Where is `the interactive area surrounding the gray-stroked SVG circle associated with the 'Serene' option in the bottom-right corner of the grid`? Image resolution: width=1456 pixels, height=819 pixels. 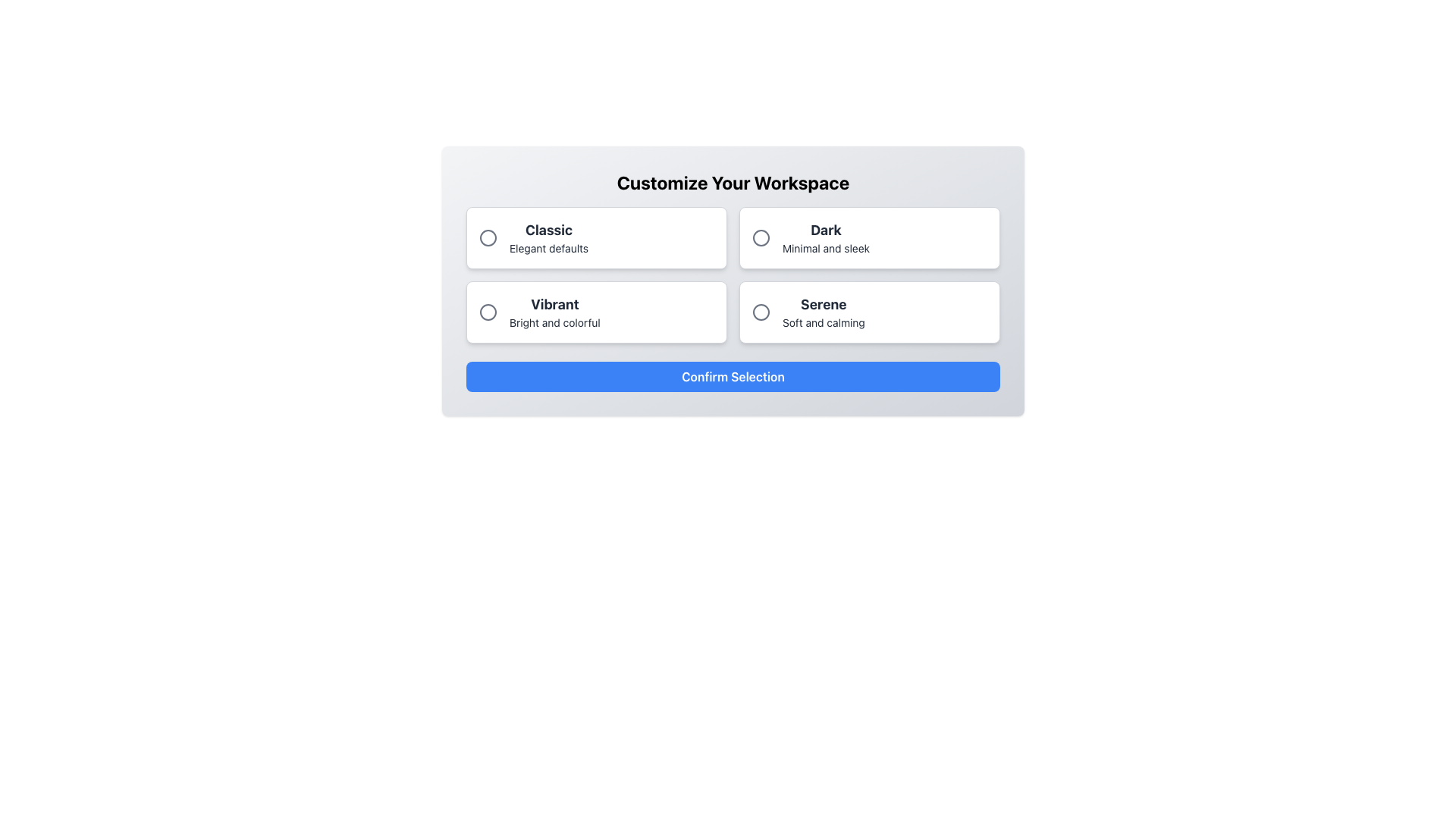 the interactive area surrounding the gray-stroked SVG circle associated with the 'Serene' option in the bottom-right corner of the grid is located at coordinates (761, 312).